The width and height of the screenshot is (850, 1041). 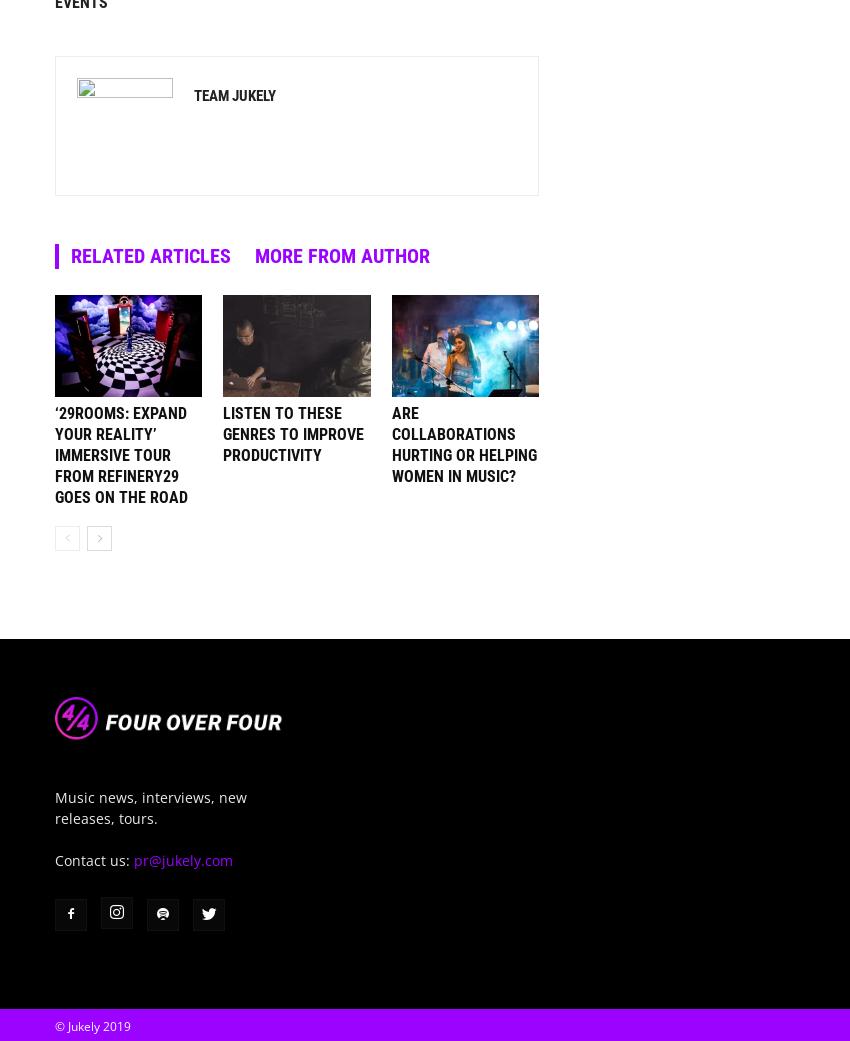 What do you see at coordinates (54, 453) in the screenshot?
I see `'‘29ROOMS: EXPAND YOUR REALITY’ IMMERSIVE TOUR FROM REFINERY29 GOES ON THE ROAD'` at bounding box center [54, 453].